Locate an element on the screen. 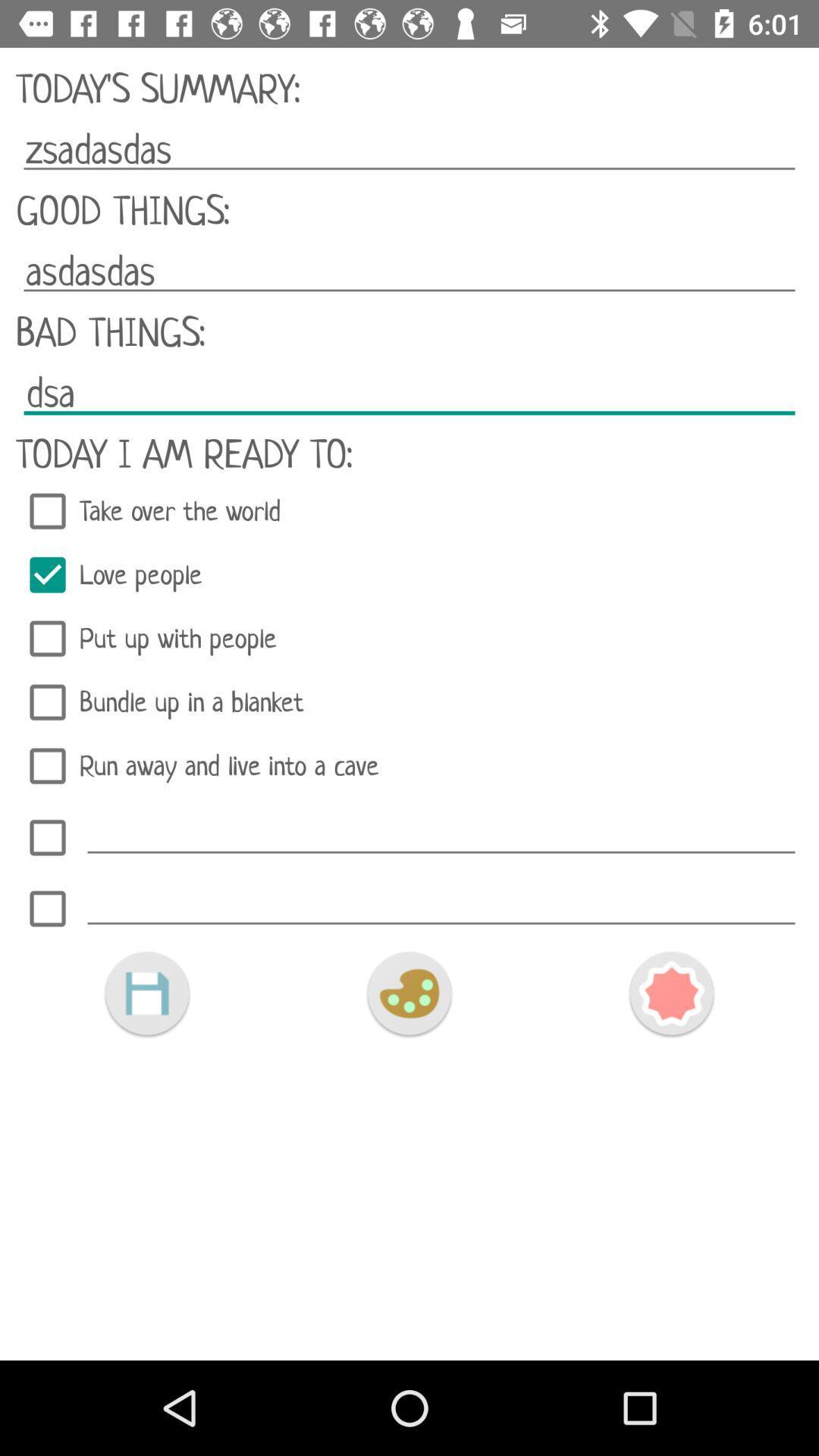 This screenshot has width=819, height=1456. icon above good things: is located at coordinates (409, 149).